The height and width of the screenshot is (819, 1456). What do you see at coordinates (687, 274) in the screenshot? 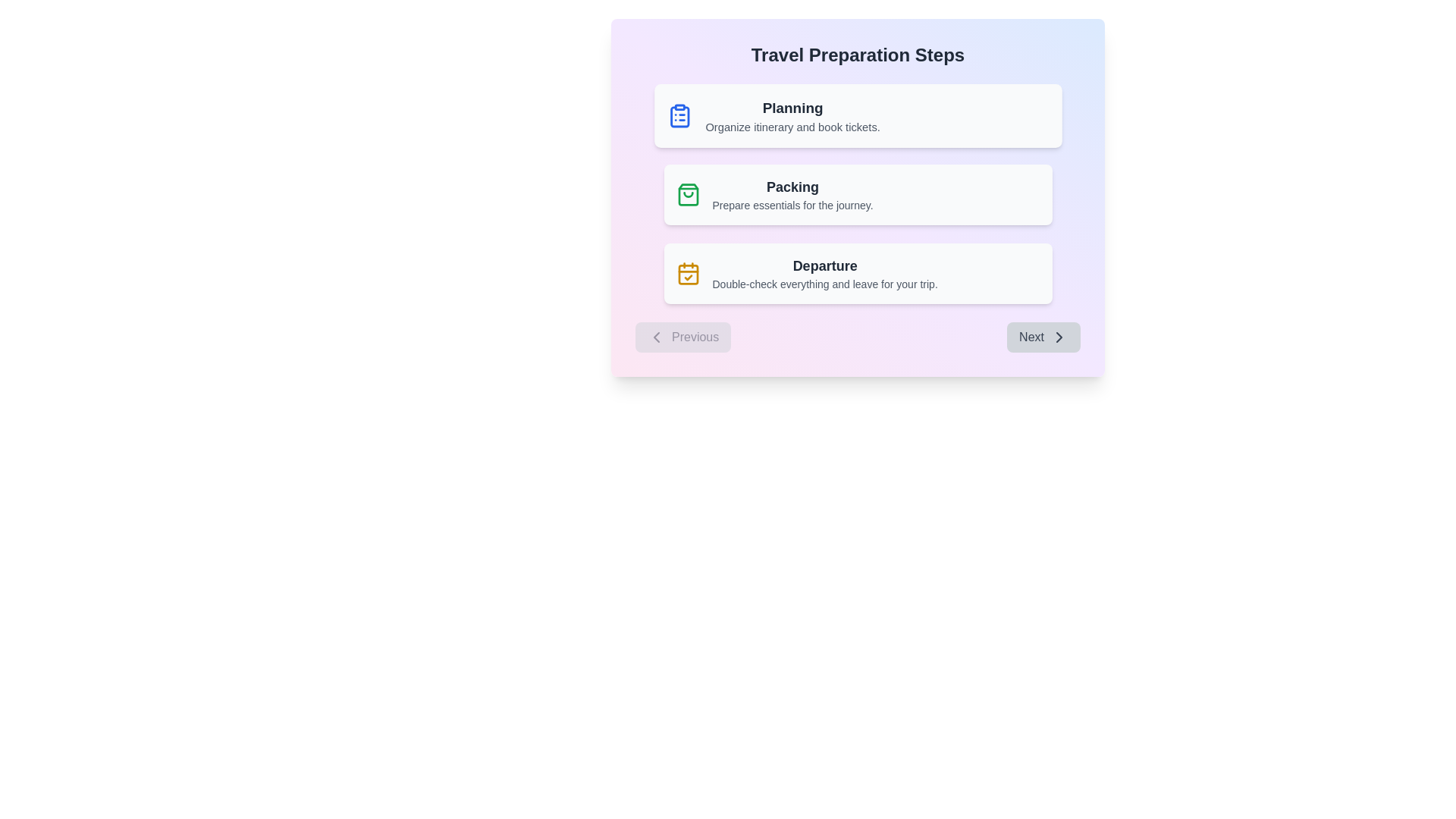
I see `the decorative 'Departure' icon located in the third section of the 'Travel Preparation Steps' list, positioned to the left of the text content` at bounding box center [687, 274].